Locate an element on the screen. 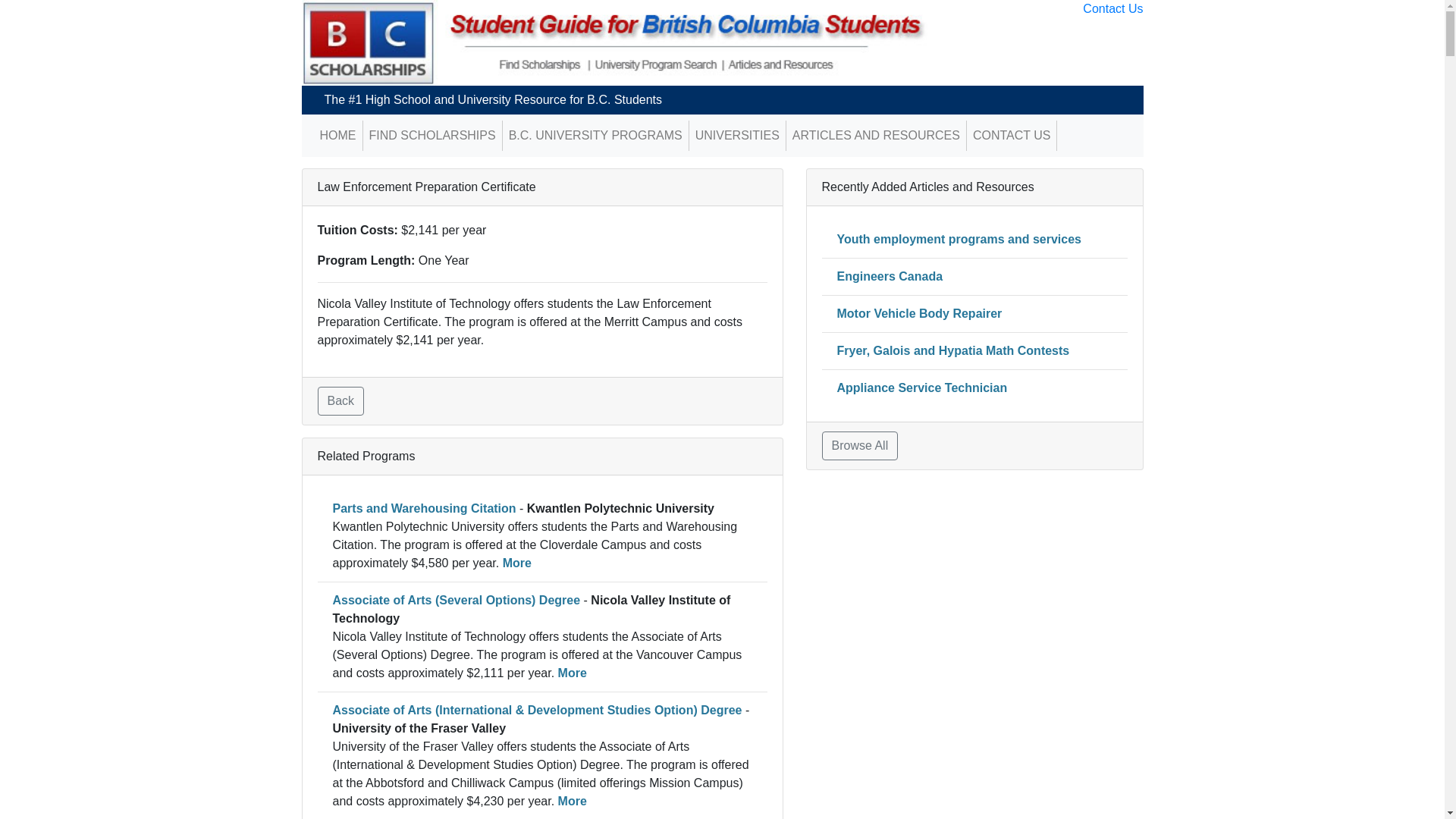 The width and height of the screenshot is (1456, 819). 'HOME' is located at coordinates (337, 134).